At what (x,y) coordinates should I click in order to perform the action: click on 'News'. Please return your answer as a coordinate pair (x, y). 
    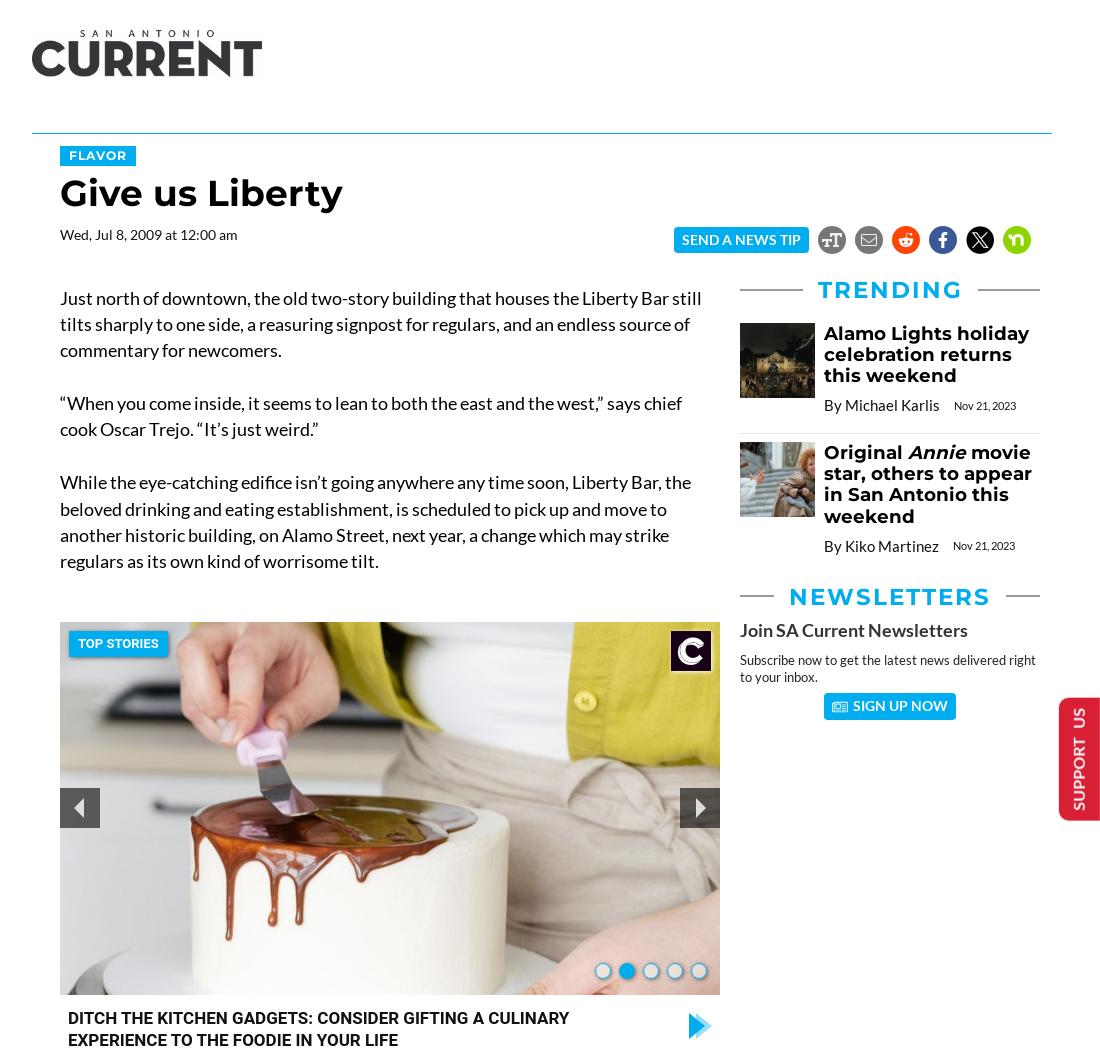
    Looking at the image, I should click on (60, 120).